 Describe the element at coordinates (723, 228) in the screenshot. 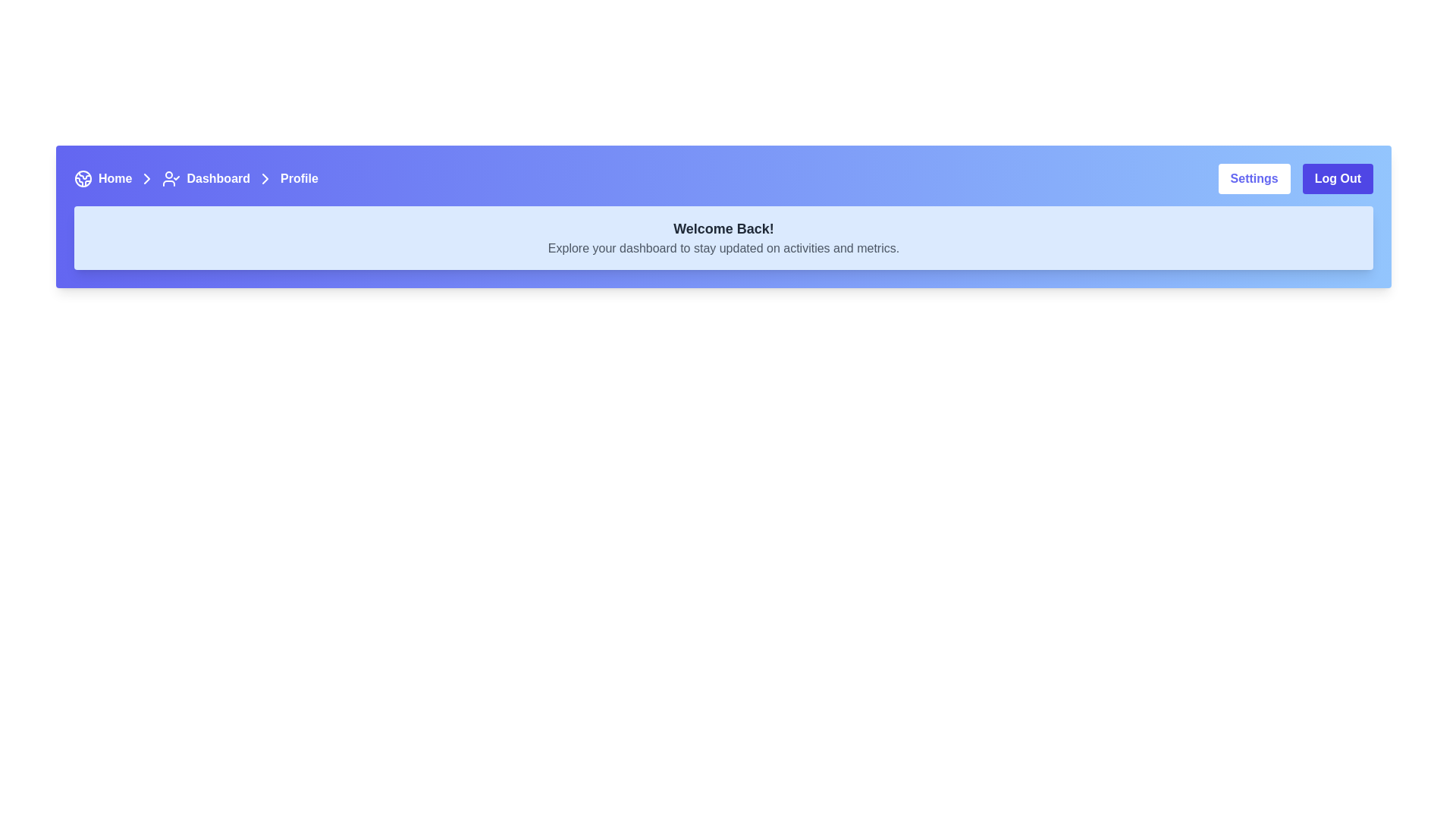

I see `the welcoming message text label that greets the user upon their return to the dashboard area, positioned above the sibling text element` at that location.